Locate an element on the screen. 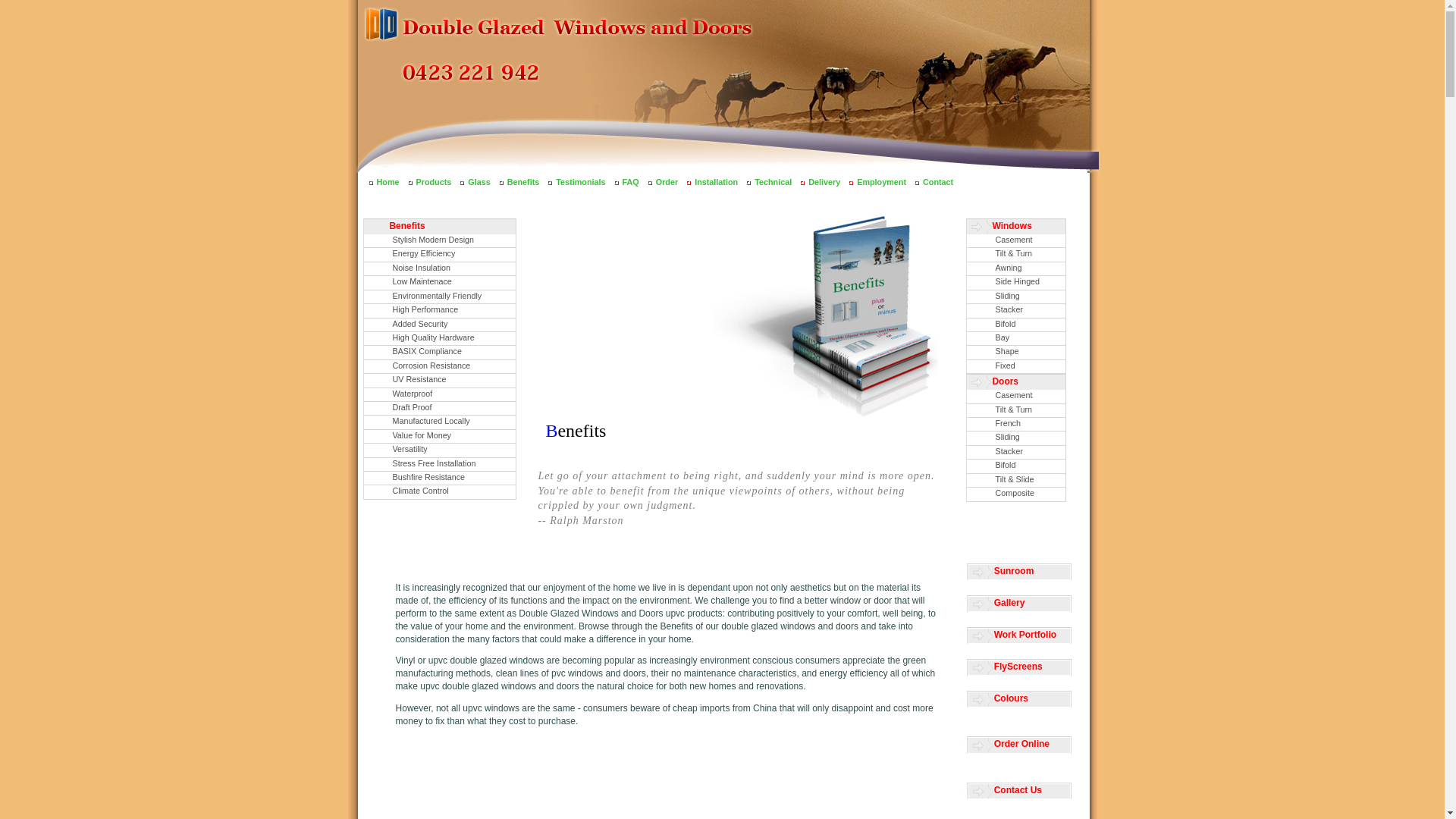 This screenshot has height=819, width=1456. 'Manufactured Locally' is located at coordinates (439, 422).